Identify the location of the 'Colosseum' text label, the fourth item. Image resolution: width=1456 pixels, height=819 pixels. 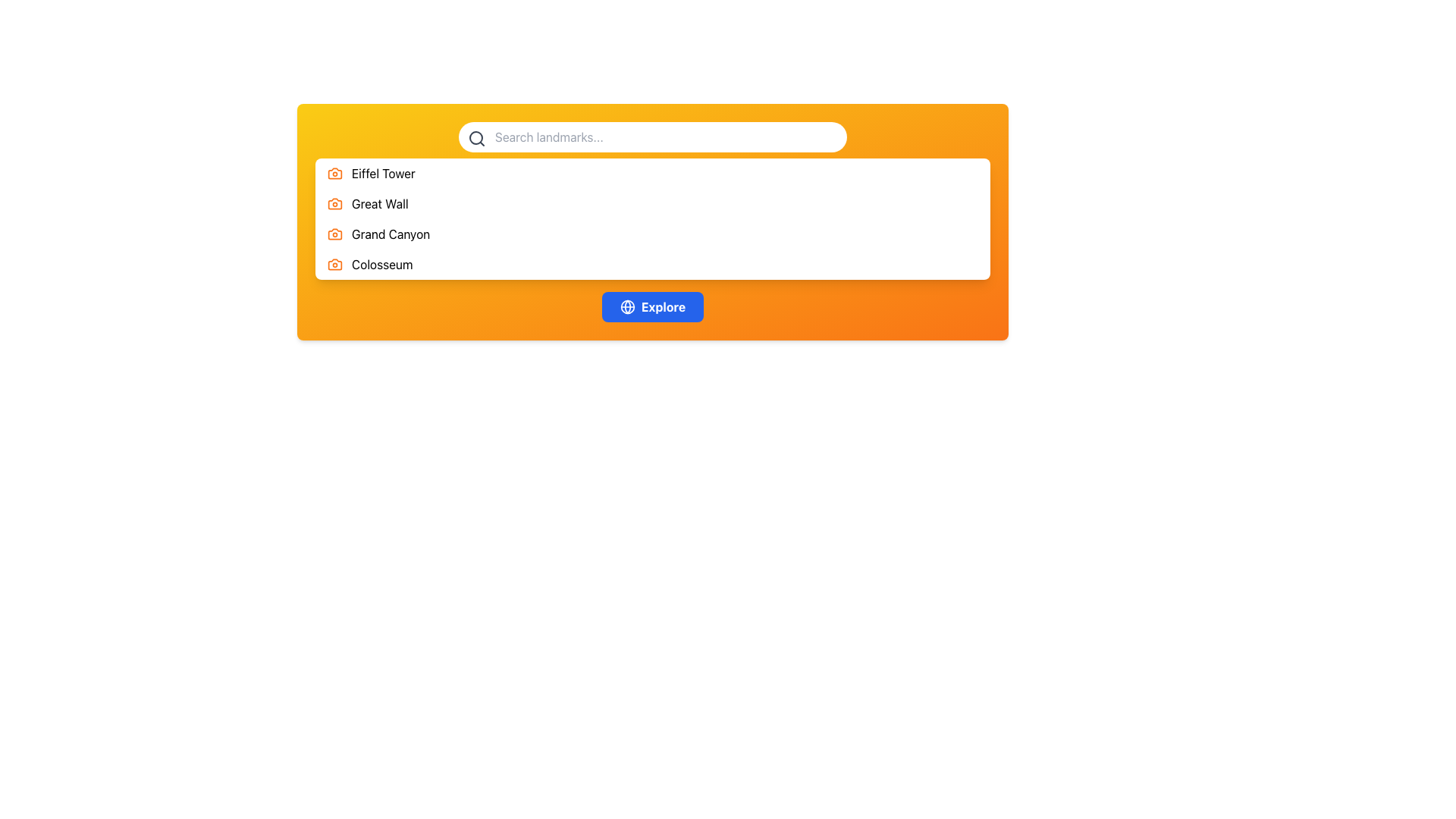
(382, 263).